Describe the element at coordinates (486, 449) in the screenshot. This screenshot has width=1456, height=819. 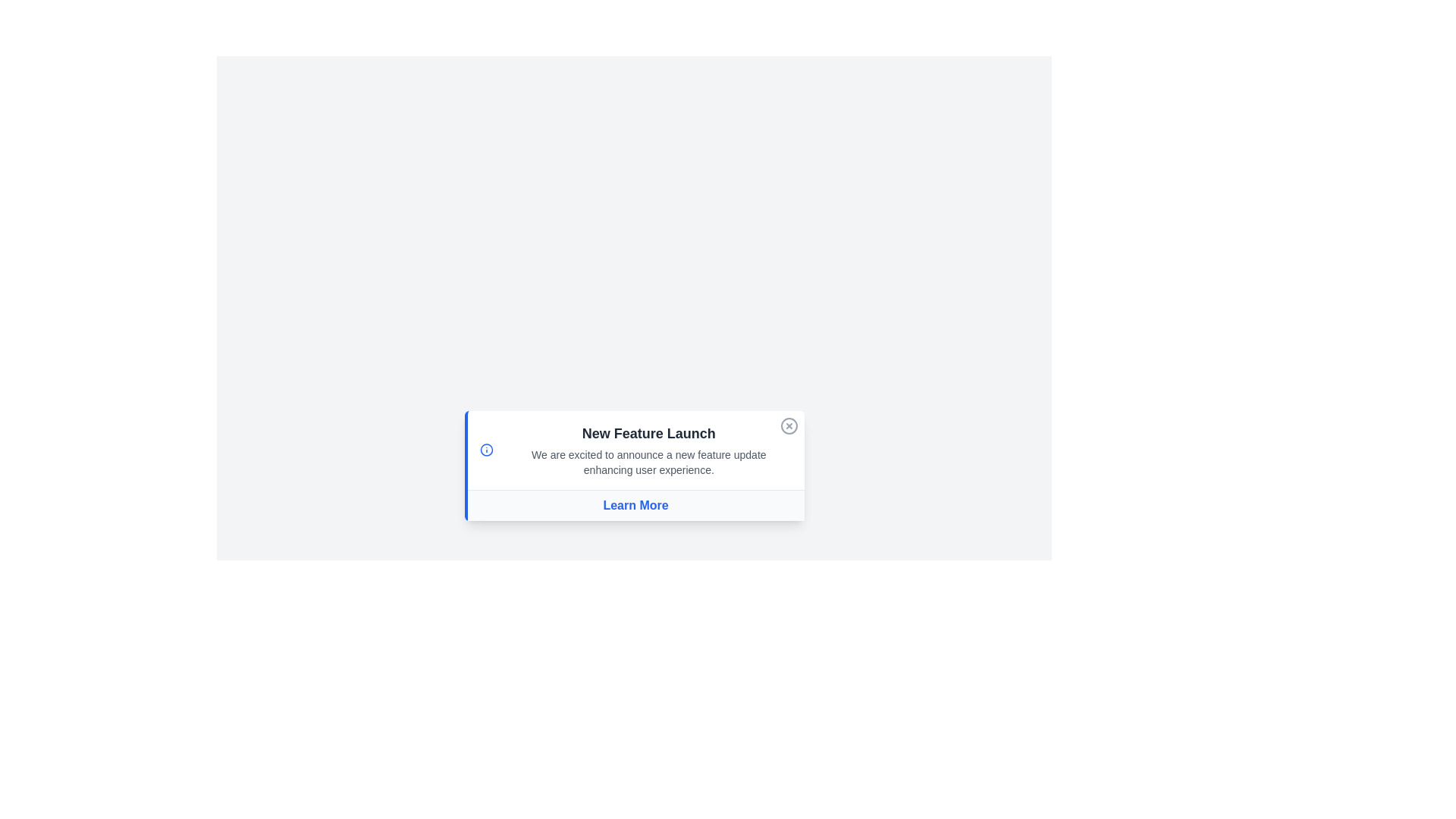
I see `the information icon to inspect its details` at that location.